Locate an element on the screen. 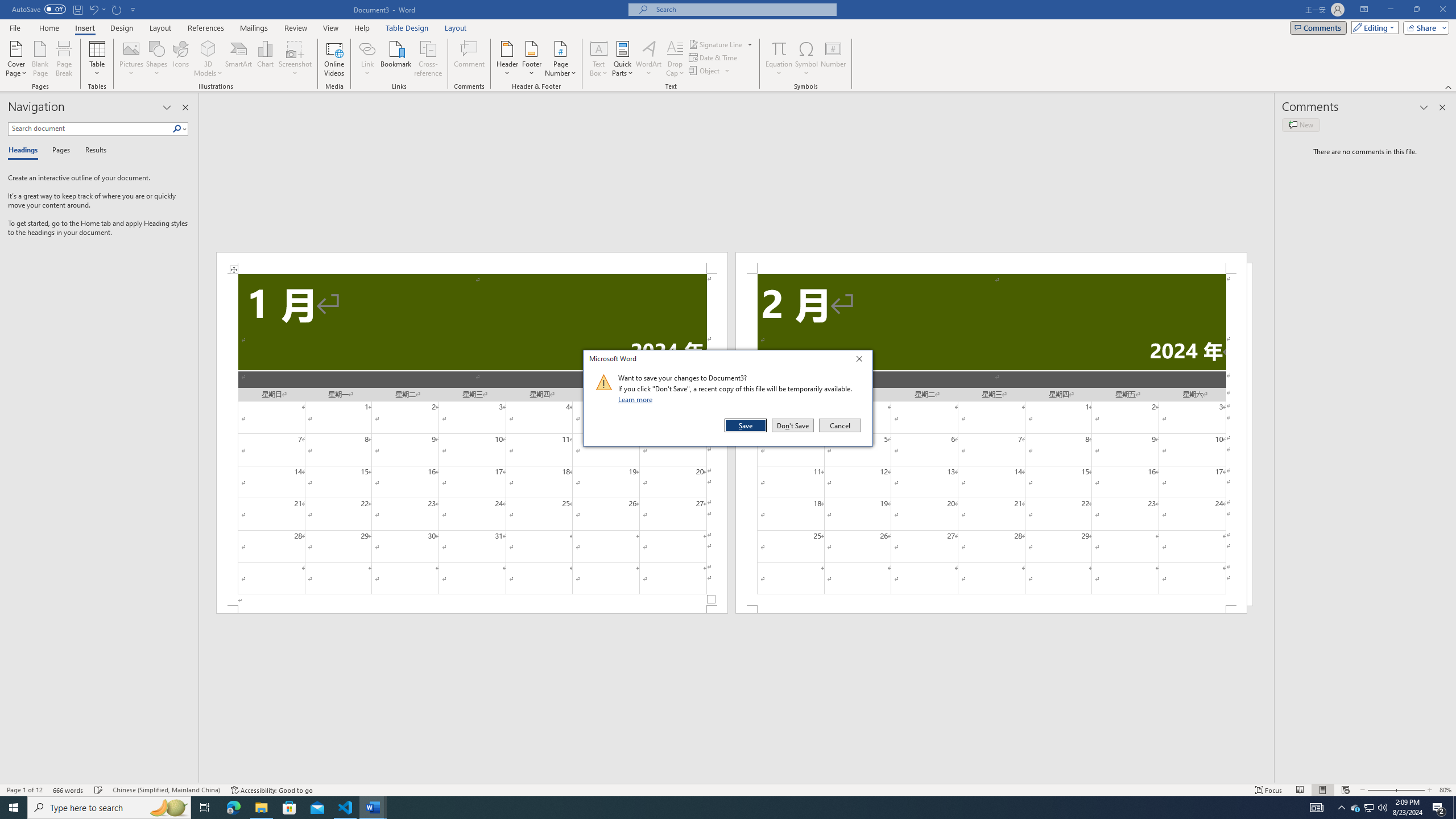 This screenshot has width=1456, height=819. 'Restore Down' is located at coordinates (1416, 9).